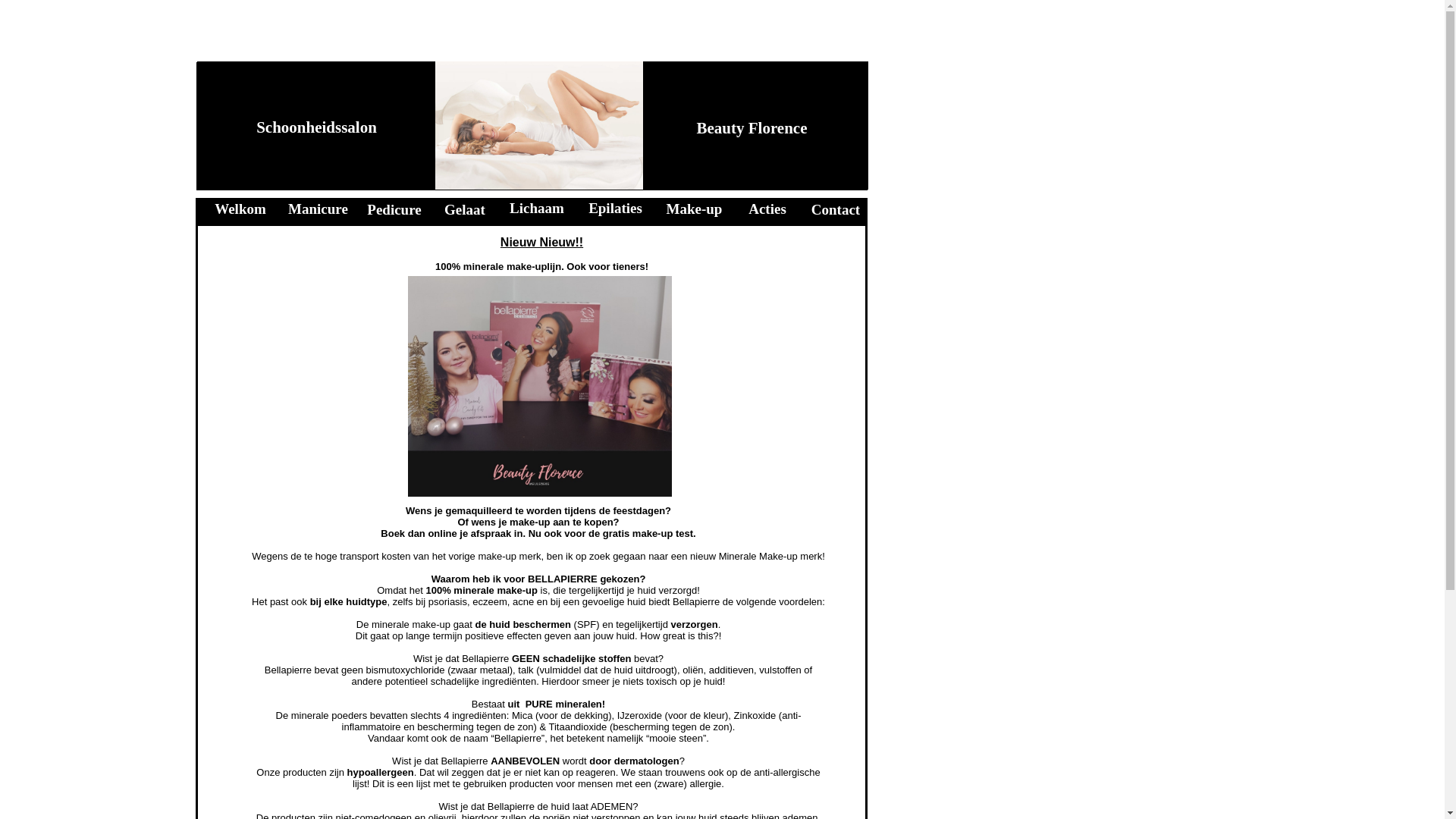  Describe the element at coordinates (767, 209) in the screenshot. I see `'Acties'` at that location.